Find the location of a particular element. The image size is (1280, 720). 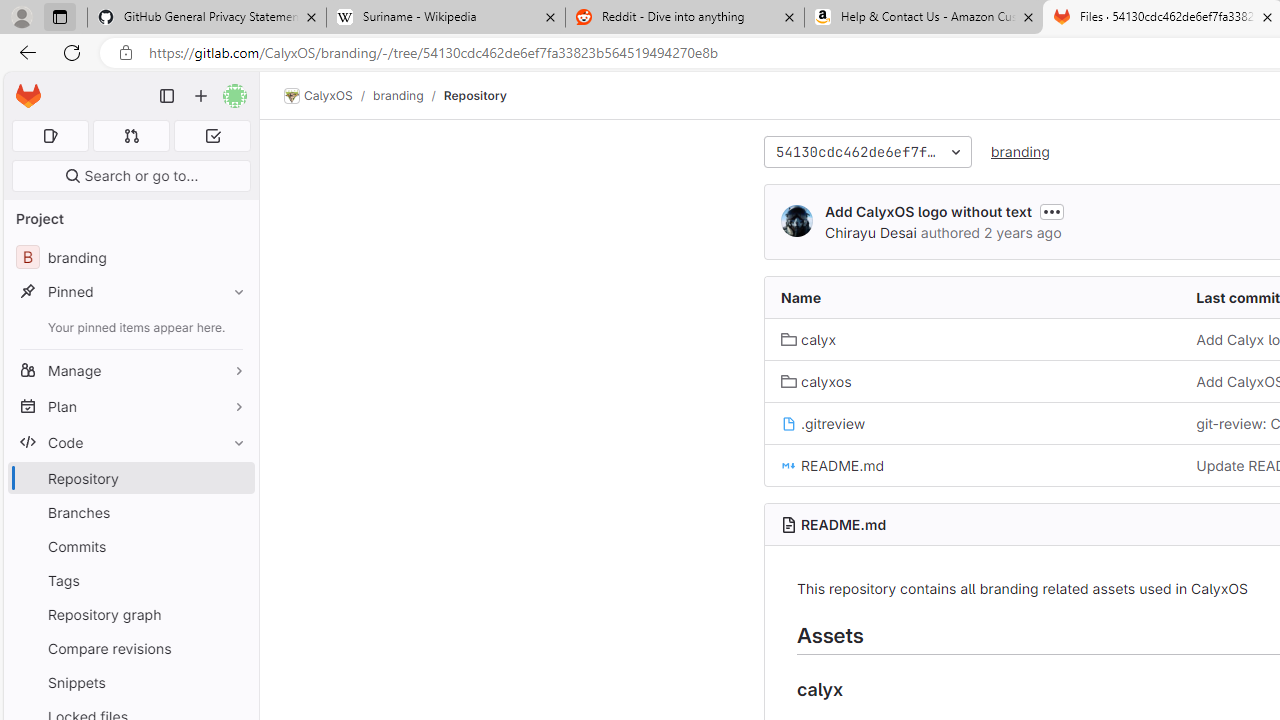

'Assigned issues 0' is located at coordinates (50, 135).